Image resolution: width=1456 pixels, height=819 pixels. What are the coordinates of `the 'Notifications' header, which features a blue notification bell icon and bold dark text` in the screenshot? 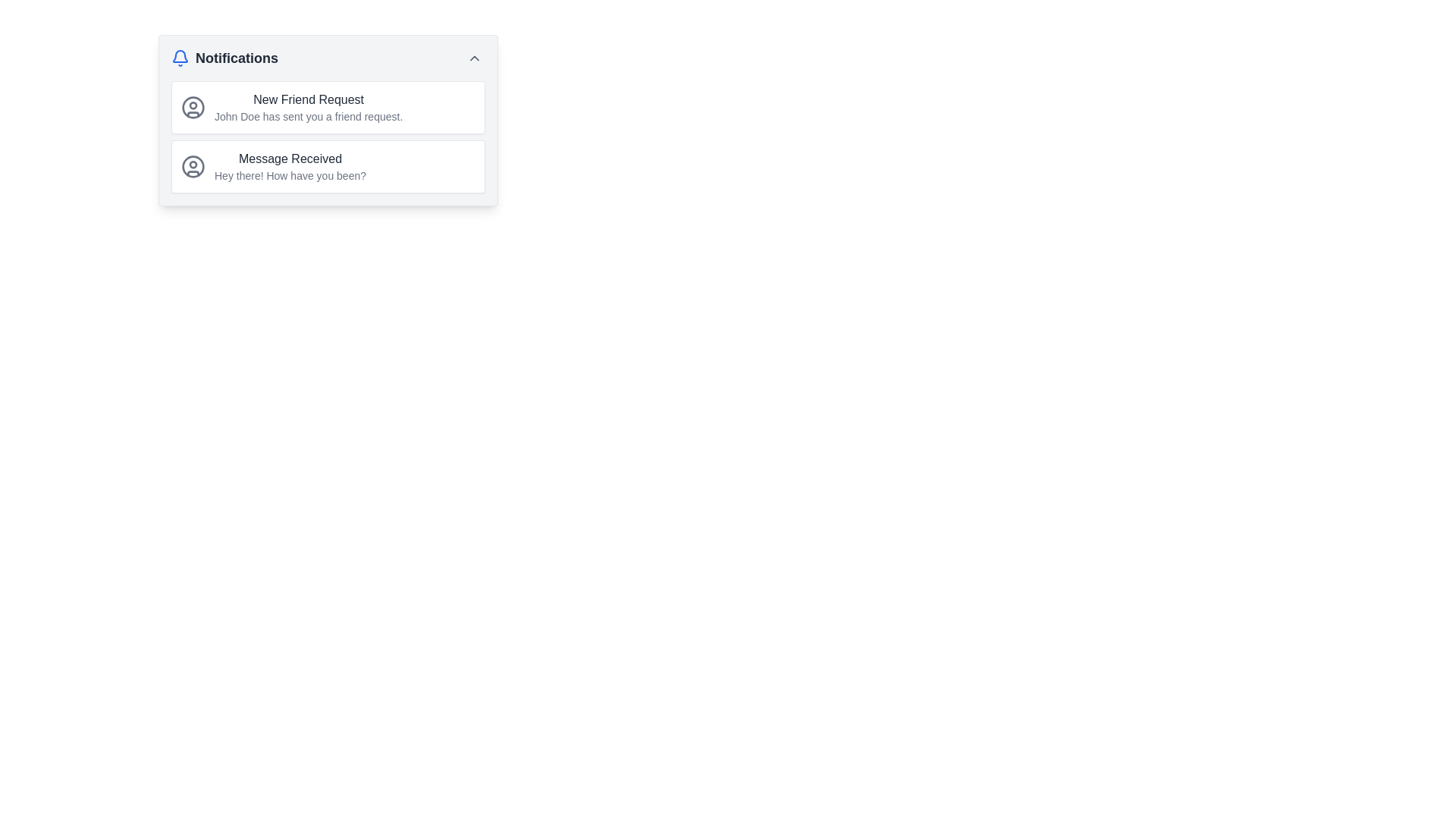 It's located at (224, 58).